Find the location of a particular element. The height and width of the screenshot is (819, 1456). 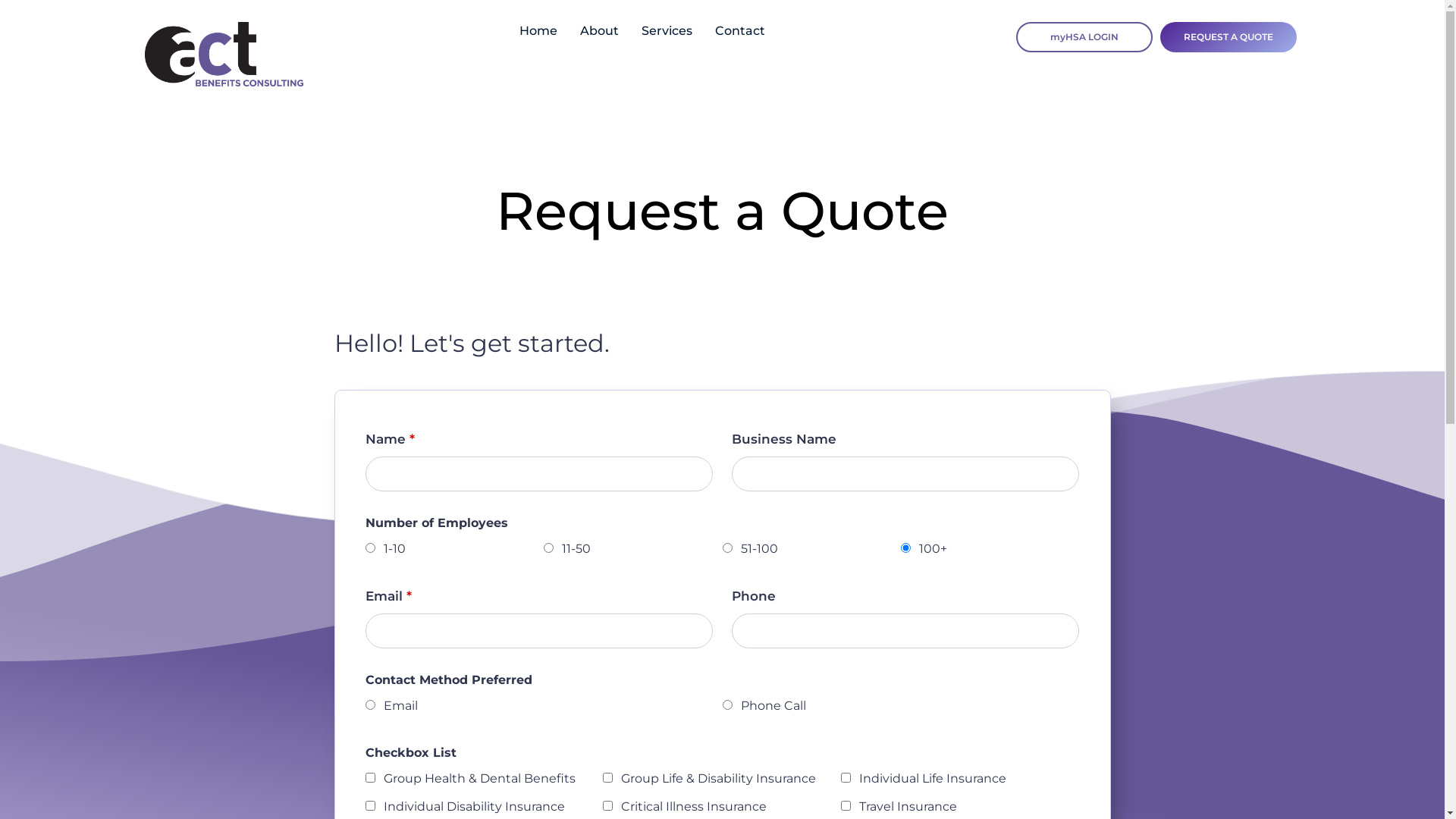

'Contact' is located at coordinates (739, 31).